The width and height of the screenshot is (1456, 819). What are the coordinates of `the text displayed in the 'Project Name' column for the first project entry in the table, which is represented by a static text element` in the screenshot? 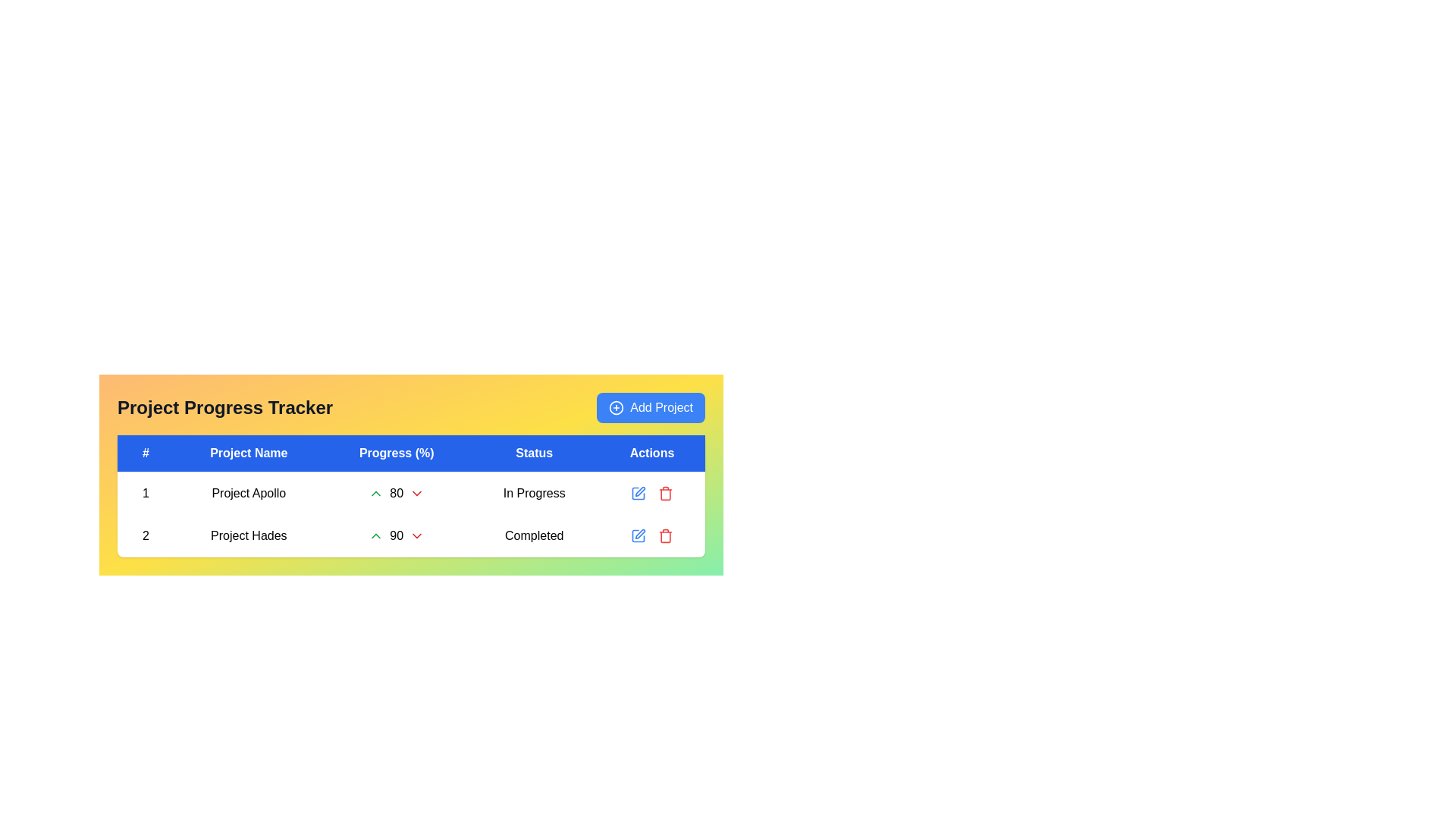 It's located at (249, 493).